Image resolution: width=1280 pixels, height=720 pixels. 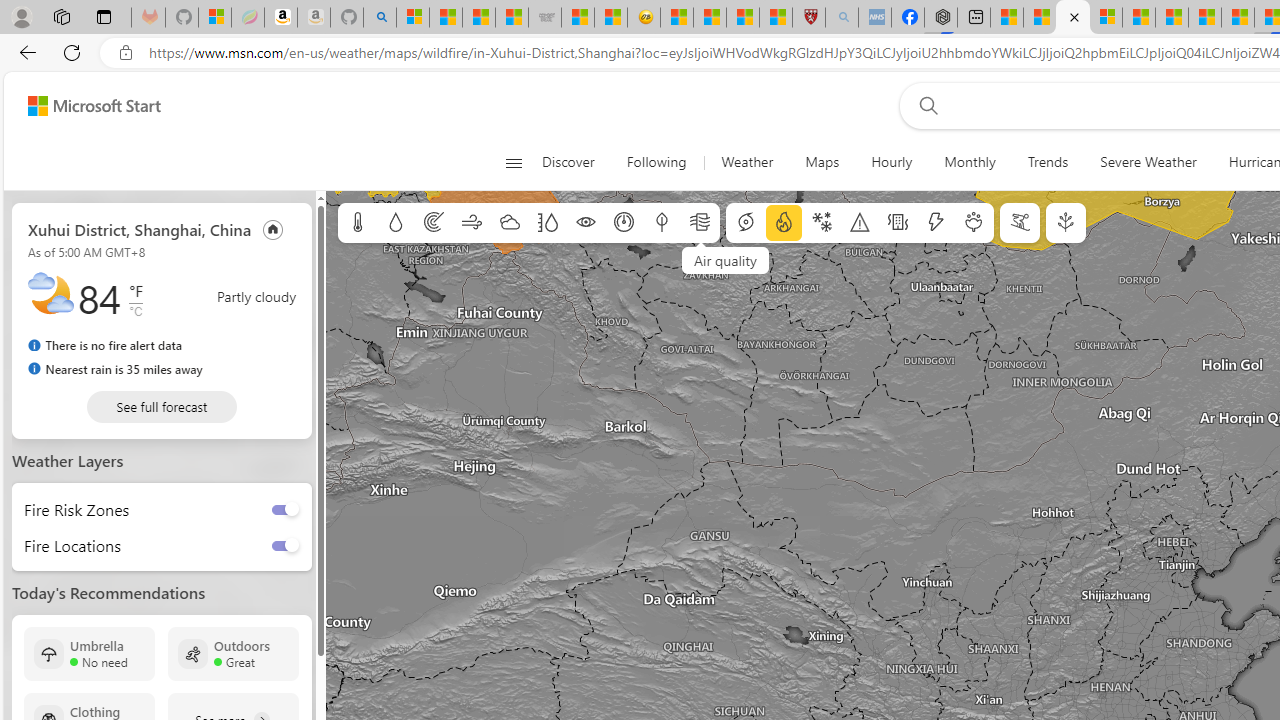 I want to click on 'Wind', so click(x=471, y=223).